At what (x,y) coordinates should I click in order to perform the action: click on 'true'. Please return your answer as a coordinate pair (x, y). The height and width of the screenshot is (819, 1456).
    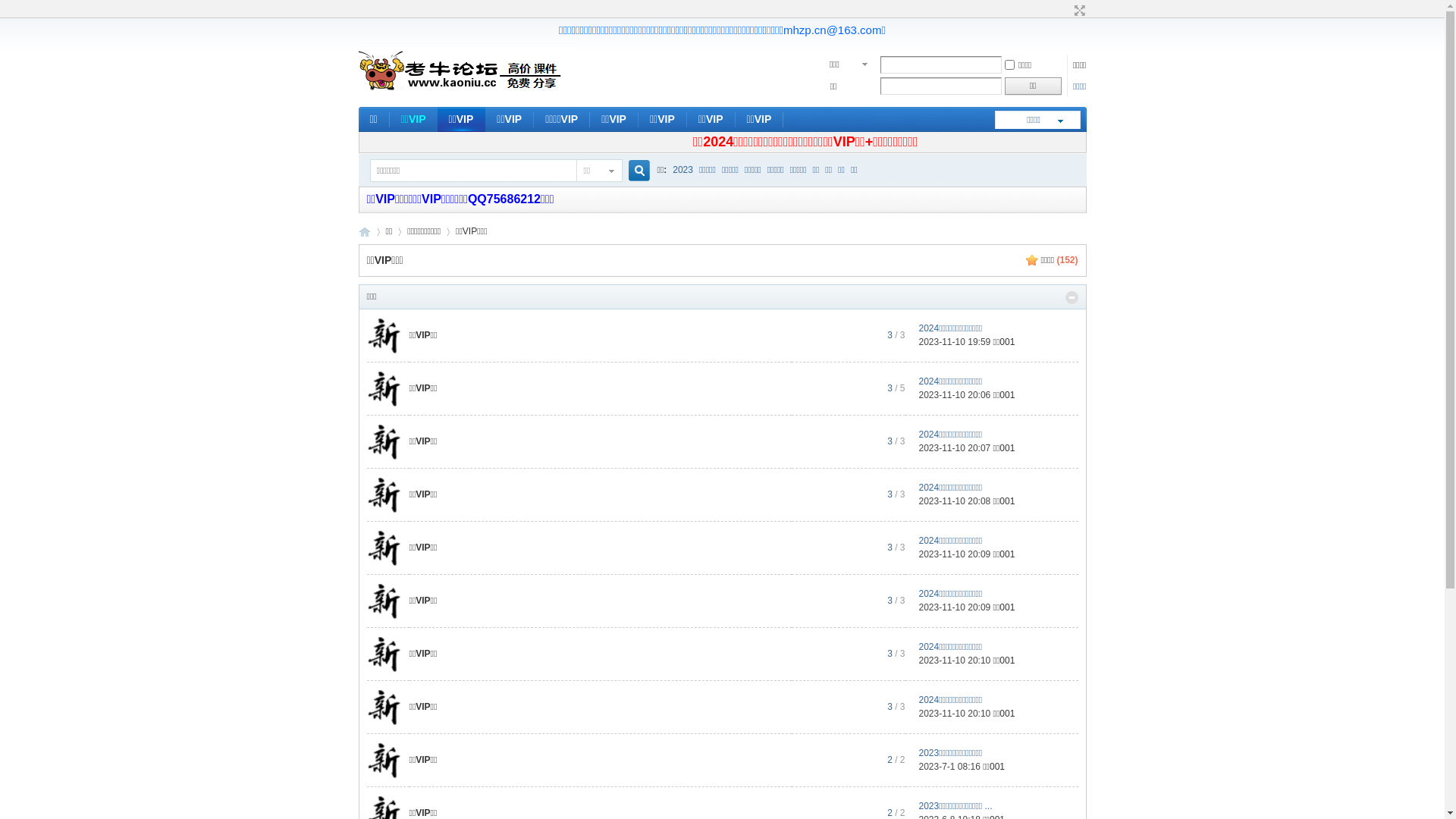
    Looking at the image, I should click on (632, 171).